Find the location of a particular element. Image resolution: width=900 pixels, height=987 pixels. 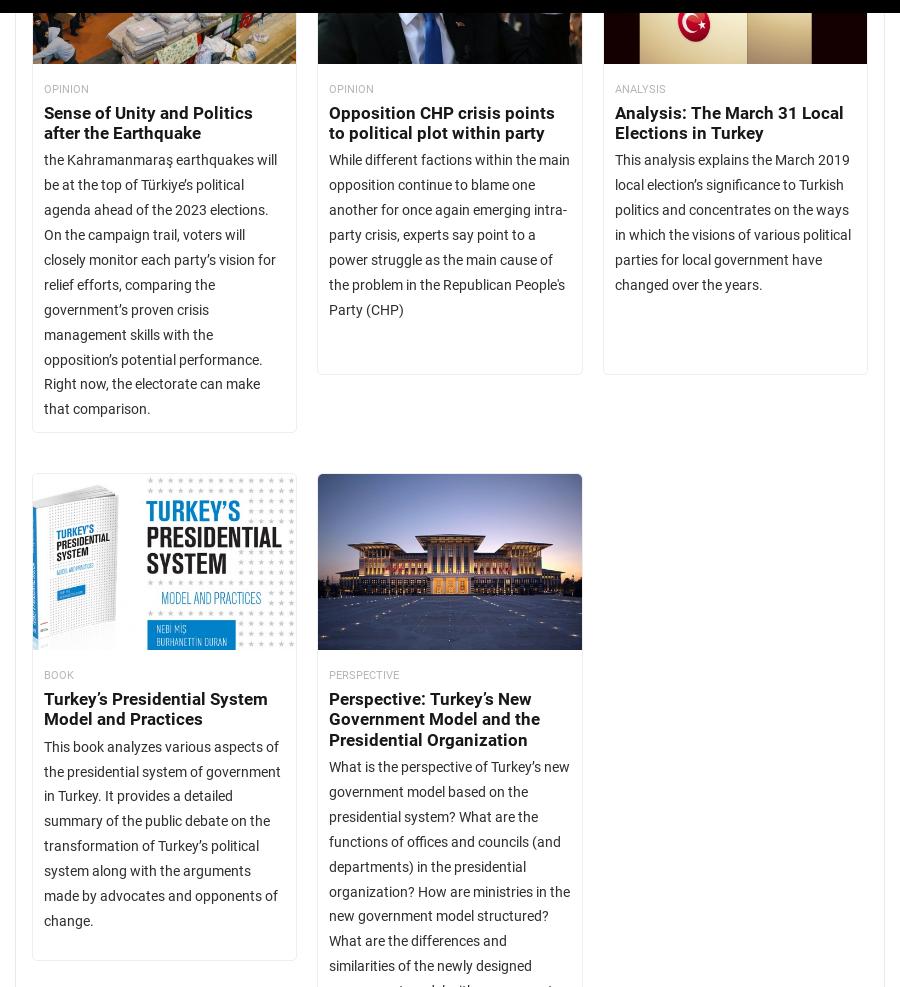

'While different factions within the main opposition continue to blame one another for once again emerging intra-party crisis, experts say point to a power struggle as the main cause of the problem in the Republican People's Party (CHP)' is located at coordinates (328, 234).